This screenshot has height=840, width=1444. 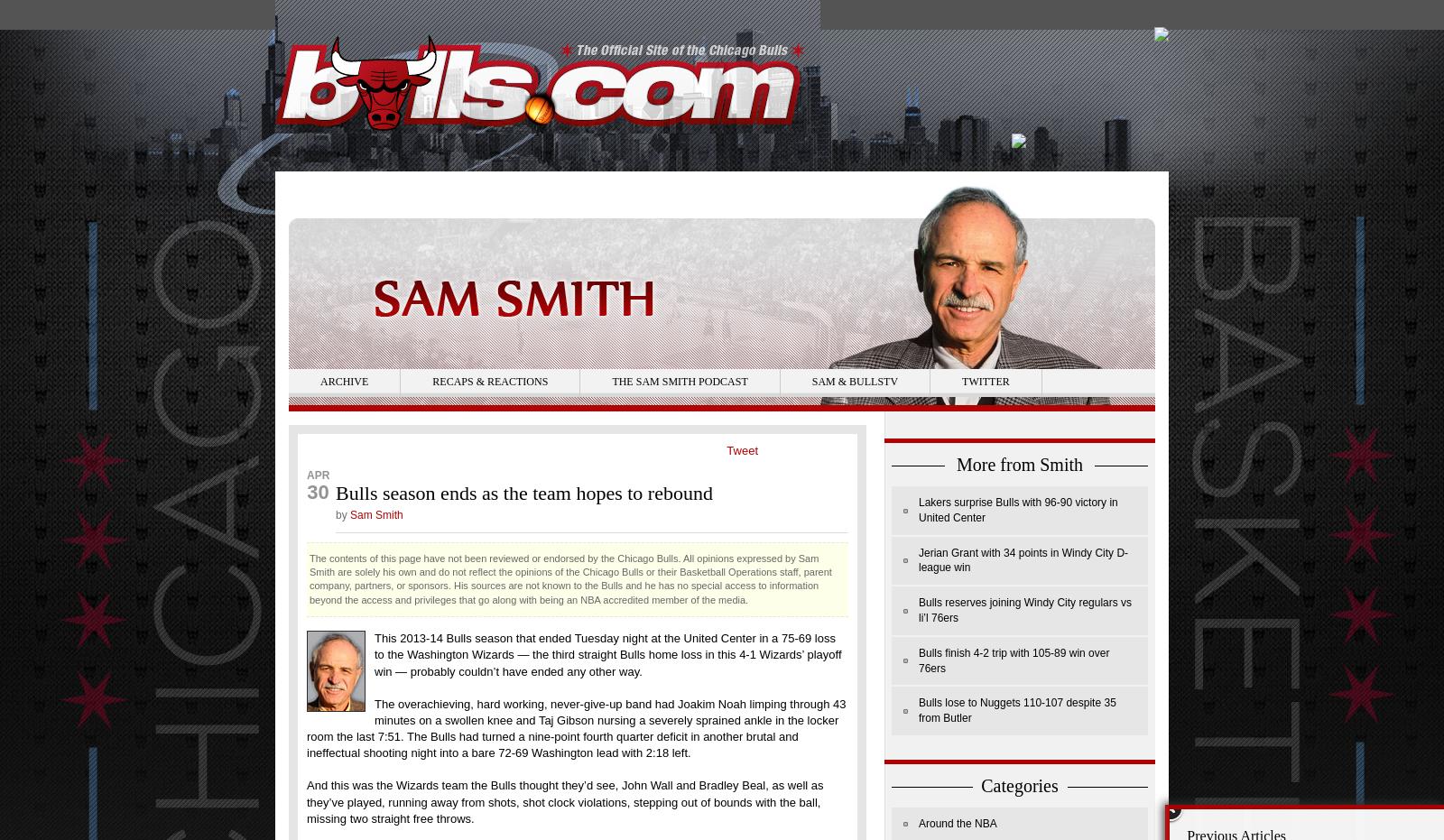 I want to click on 'Sam & BullsTV', so click(x=854, y=381).